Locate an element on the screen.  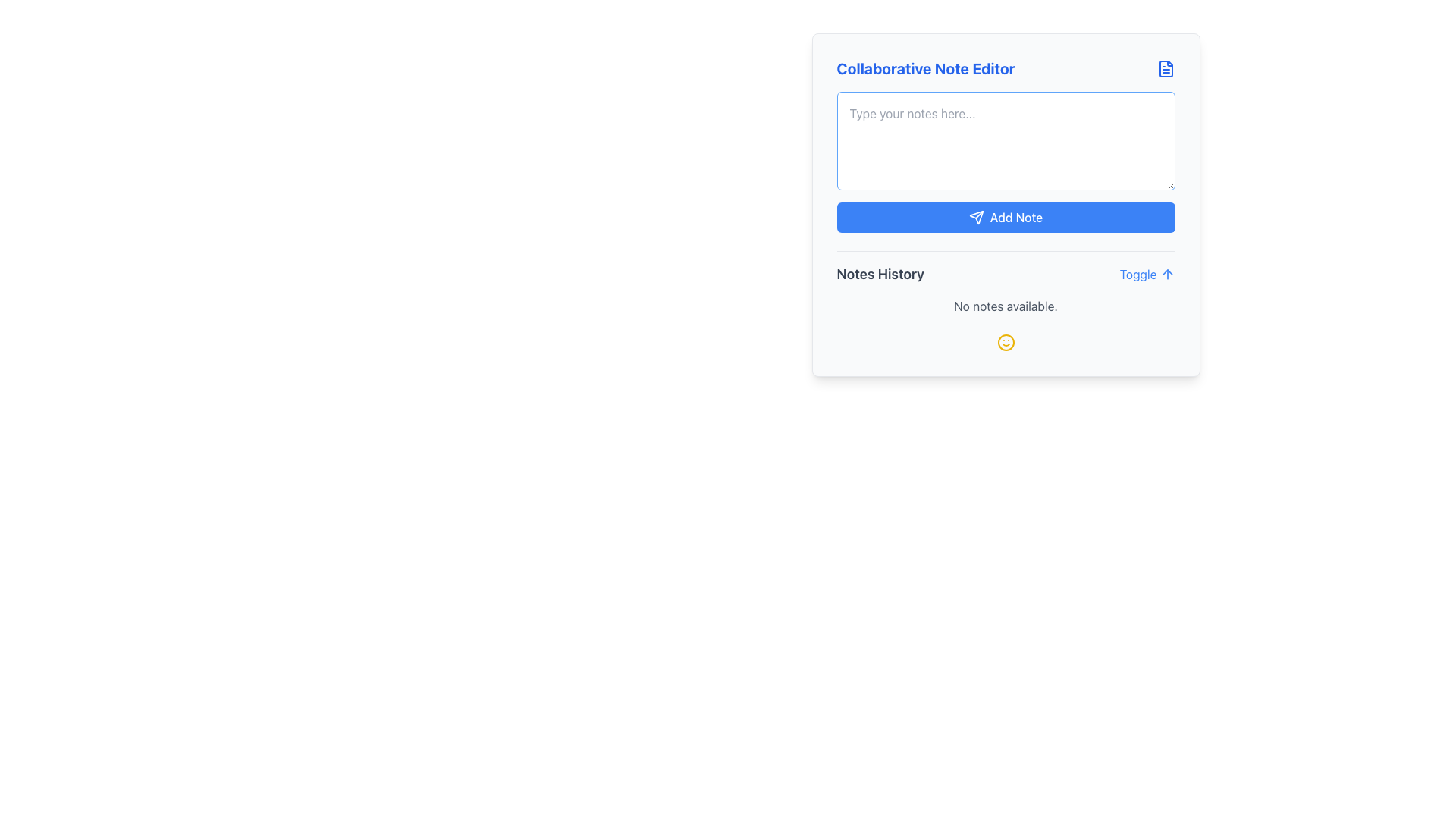
the arrow icon next to the 'Toggle' text in the 'Collaborative Note Editor' card is located at coordinates (1166, 275).